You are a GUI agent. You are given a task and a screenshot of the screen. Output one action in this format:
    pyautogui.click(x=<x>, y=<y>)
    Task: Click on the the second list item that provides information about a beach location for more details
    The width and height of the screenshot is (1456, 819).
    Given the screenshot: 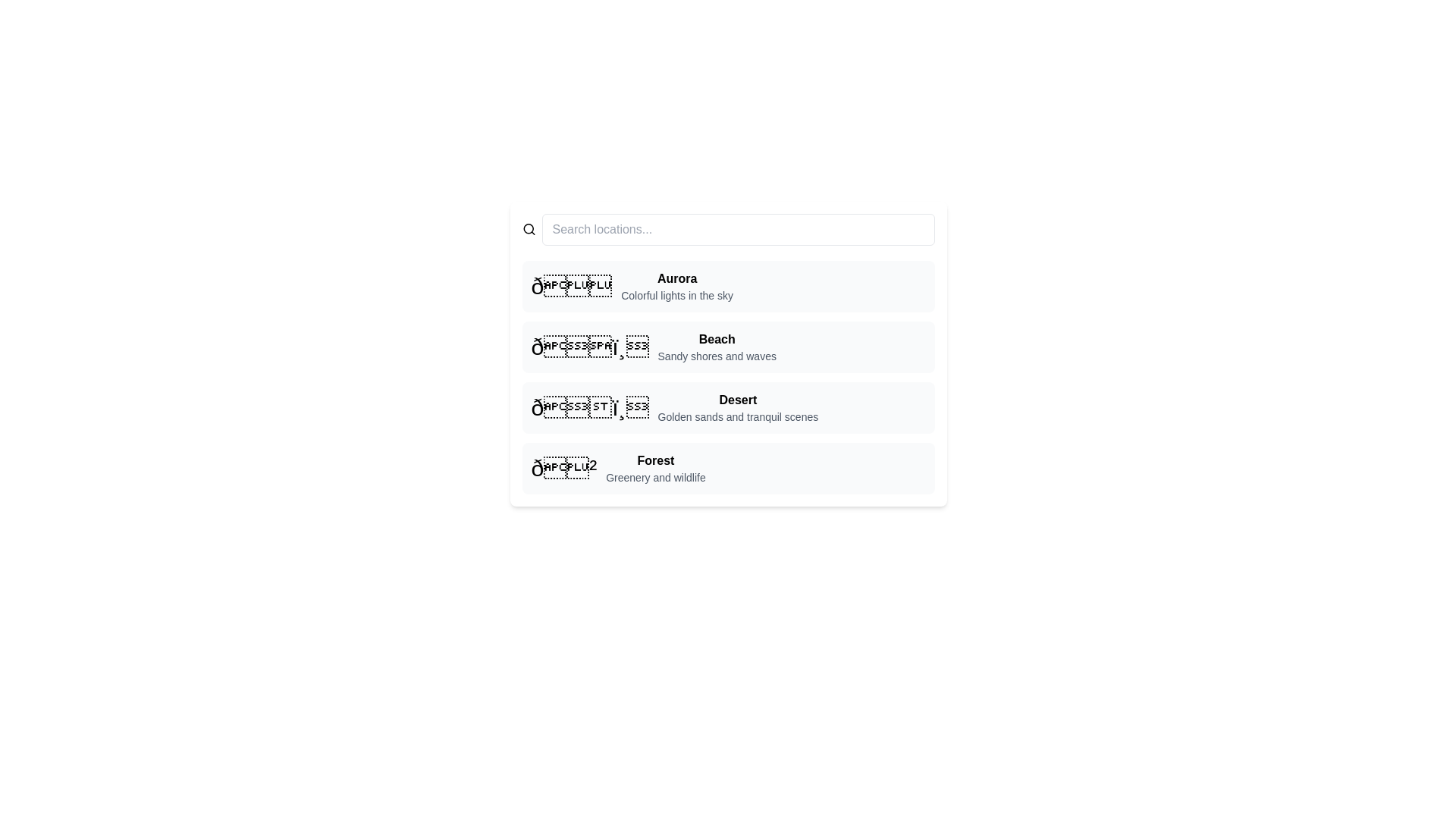 What is the action you would take?
    pyautogui.click(x=728, y=347)
    